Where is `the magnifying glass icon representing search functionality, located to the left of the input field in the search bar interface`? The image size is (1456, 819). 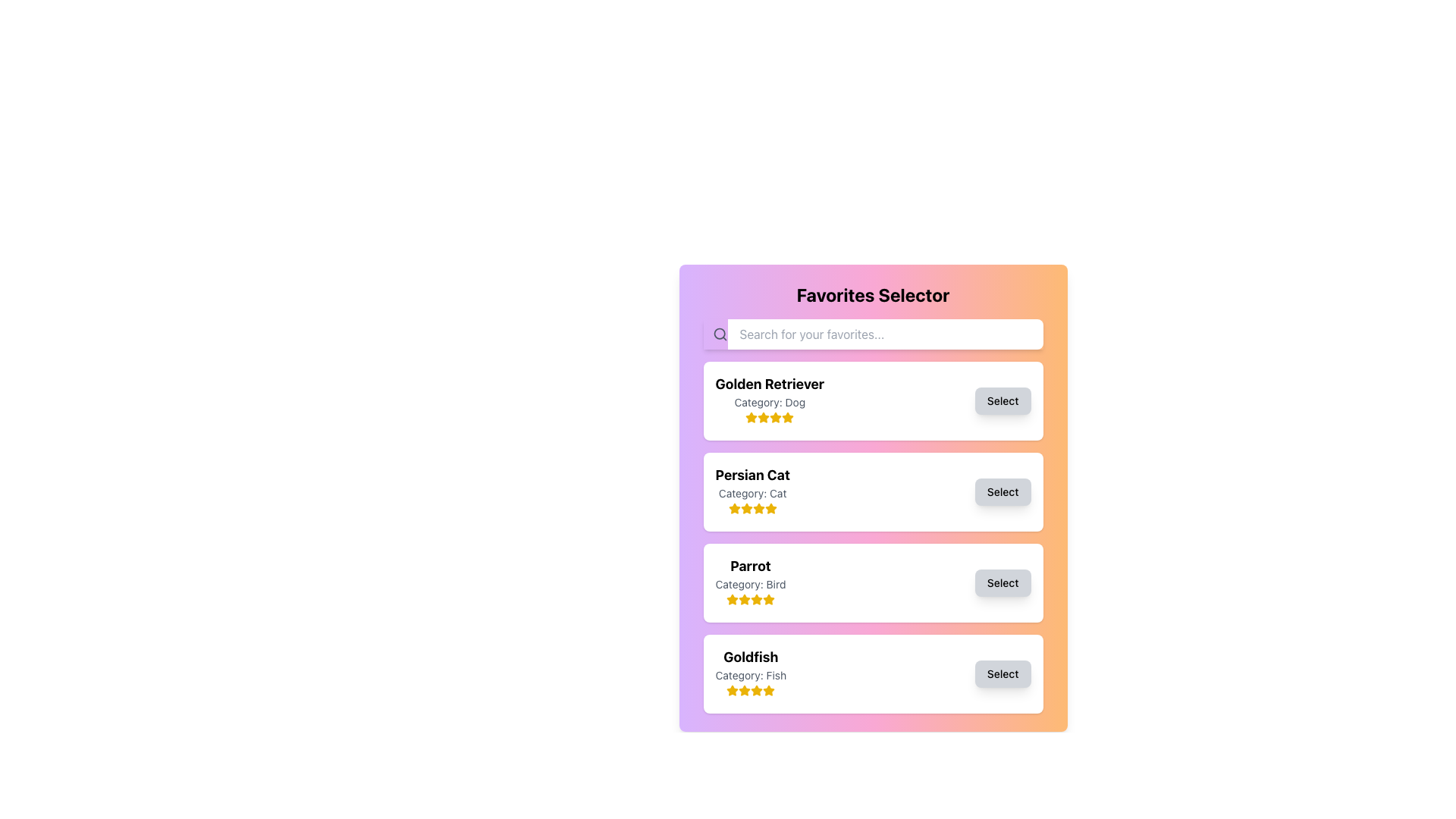 the magnifying glass icon representing search functionality, located to the left of the input field in the search bar interface is located at coordinates (719, 333).